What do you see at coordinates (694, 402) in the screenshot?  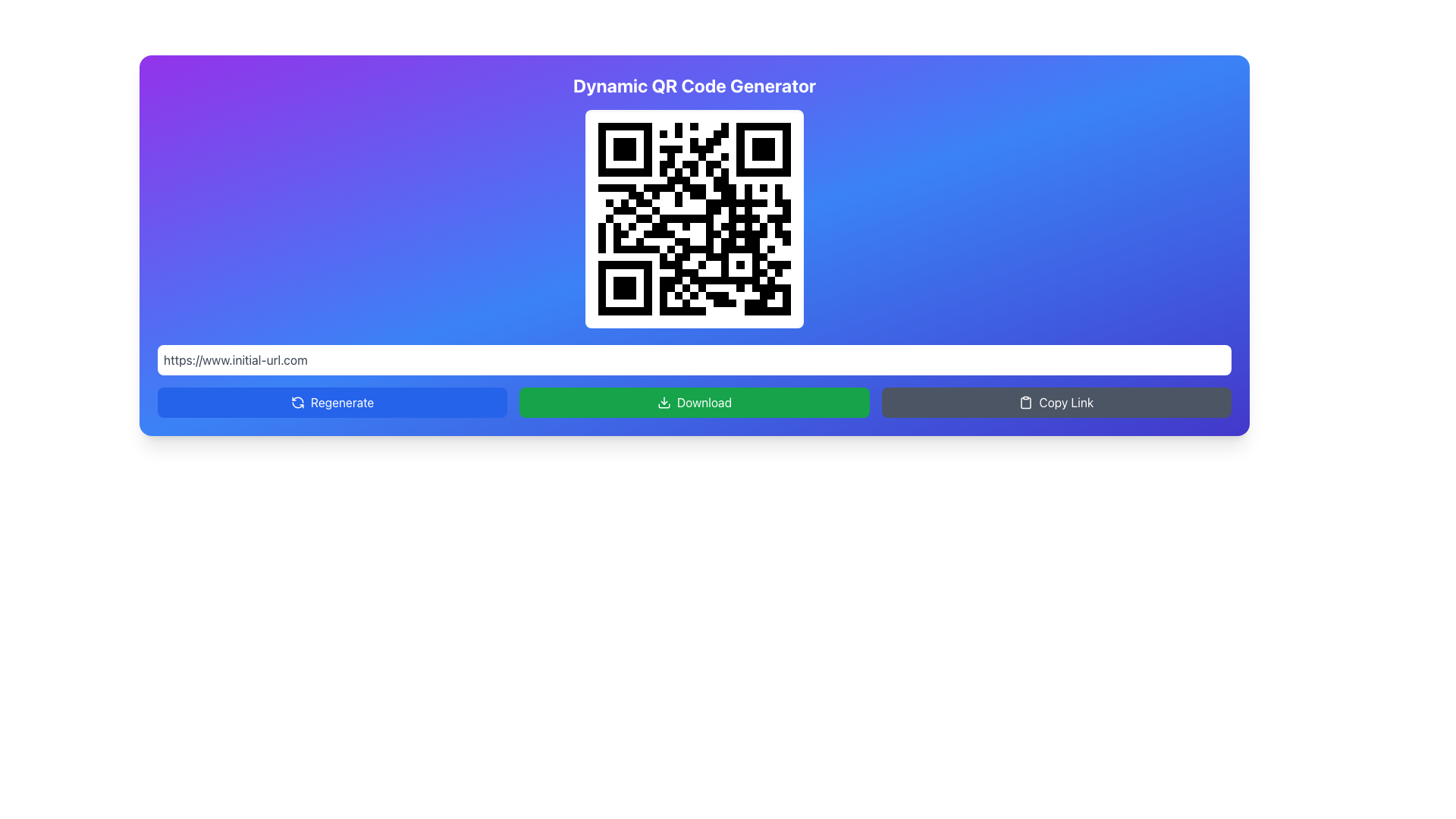 I see `the Copy Link button, which is part of a horizontal grid layout of three buttons (Regenerate, Download, and Copy Link) located in the bottom section of the interface, to copy the QR code URL` at bounding box center [694, 402].